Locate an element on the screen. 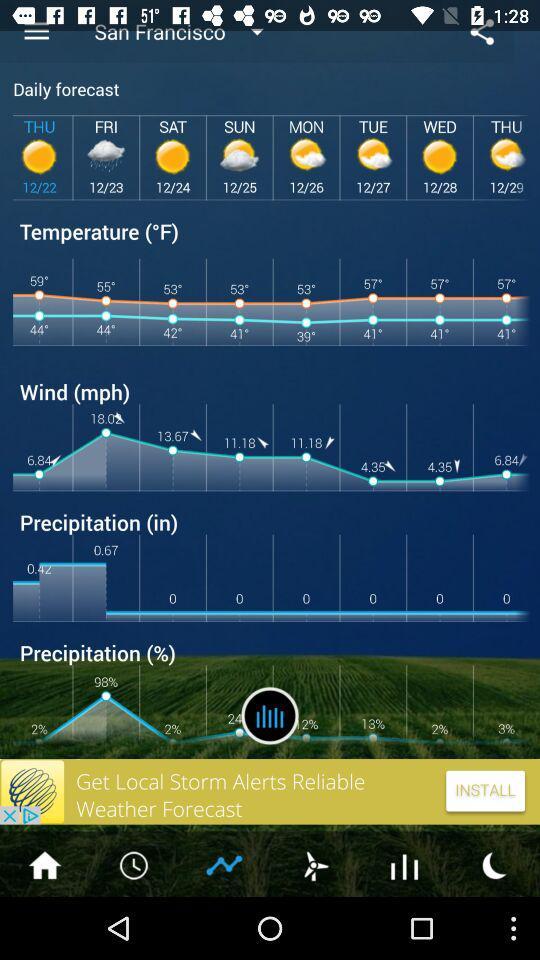 The width and height of the screenshot is (540, 960). the weather icon is located at coordinates (494, 925).